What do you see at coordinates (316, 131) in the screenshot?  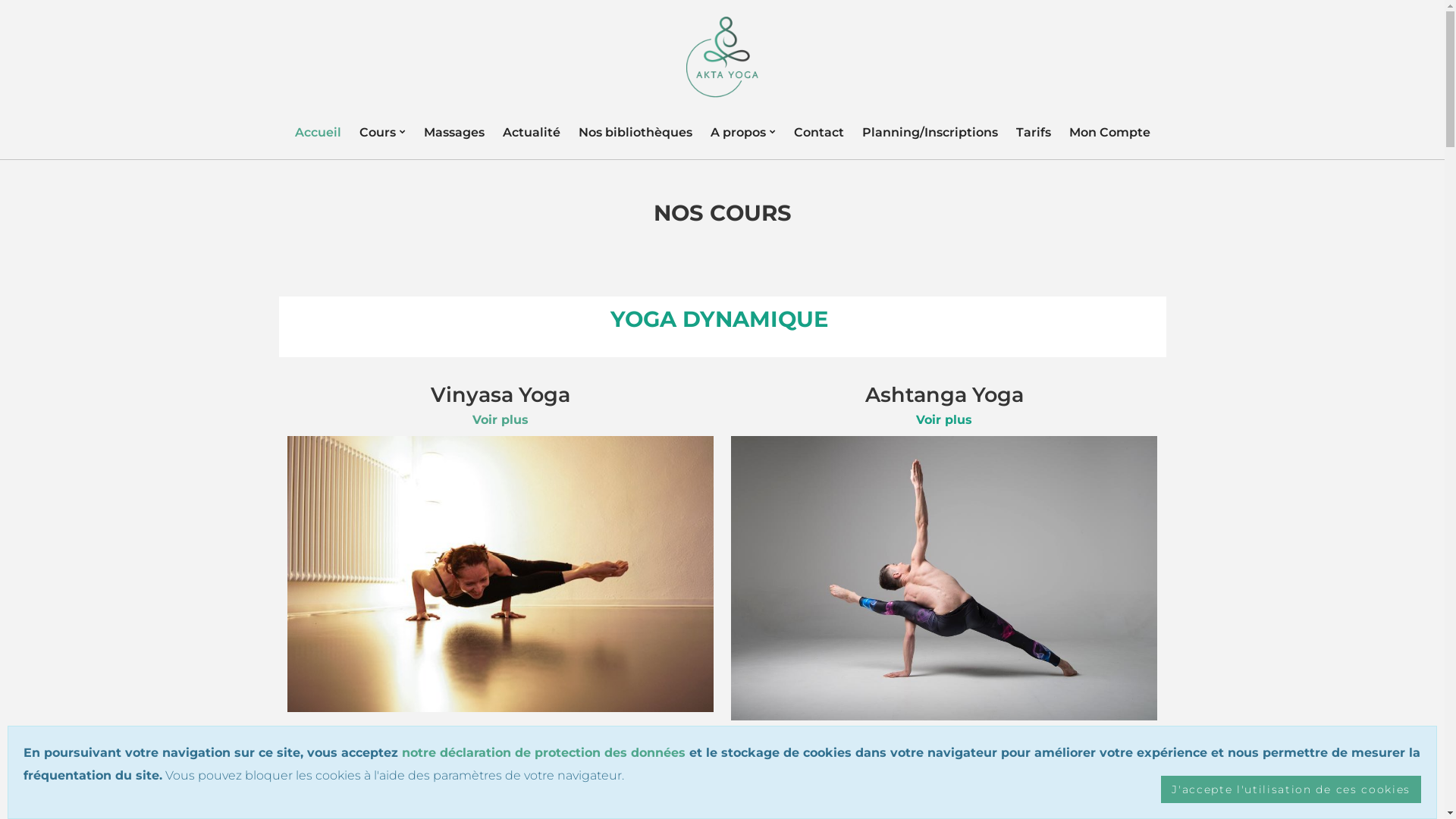 I see `'Accueil'` at bounding box center [316, 131].